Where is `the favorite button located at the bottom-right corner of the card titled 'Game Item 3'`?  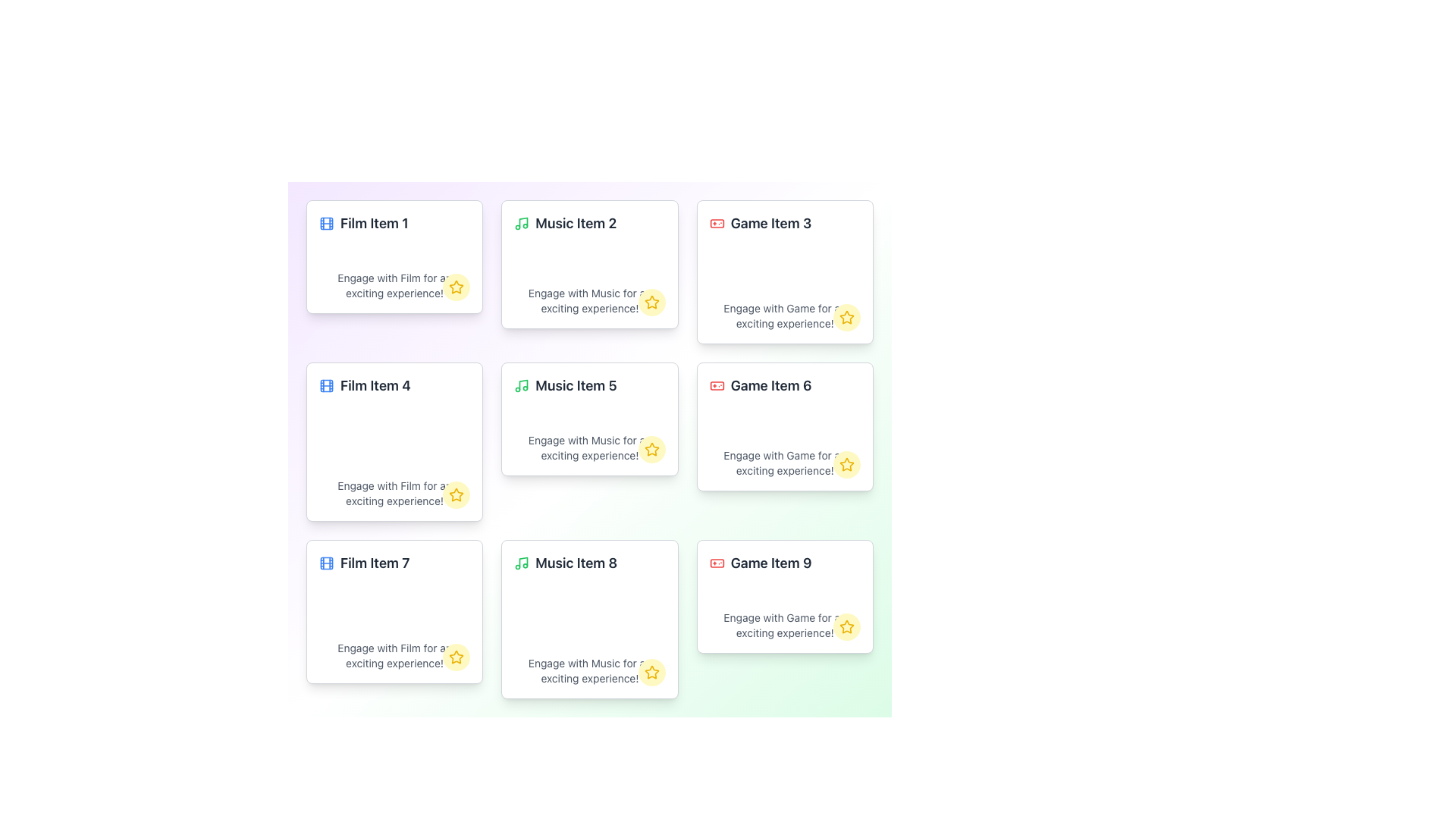
the favorite button located at the bottom-right corner of the card titled 'Game Item 3' is located at coordinates (846, 317).